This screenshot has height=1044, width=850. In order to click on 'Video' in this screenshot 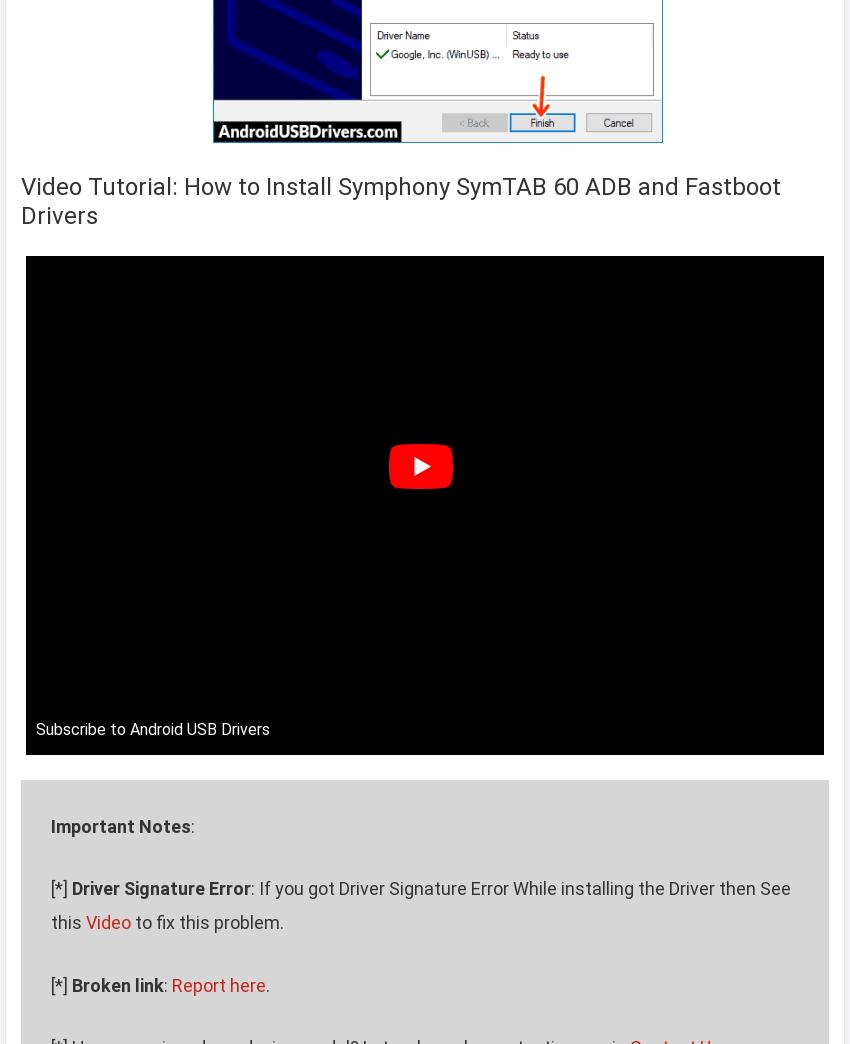, I will do `click(107, 921)`.